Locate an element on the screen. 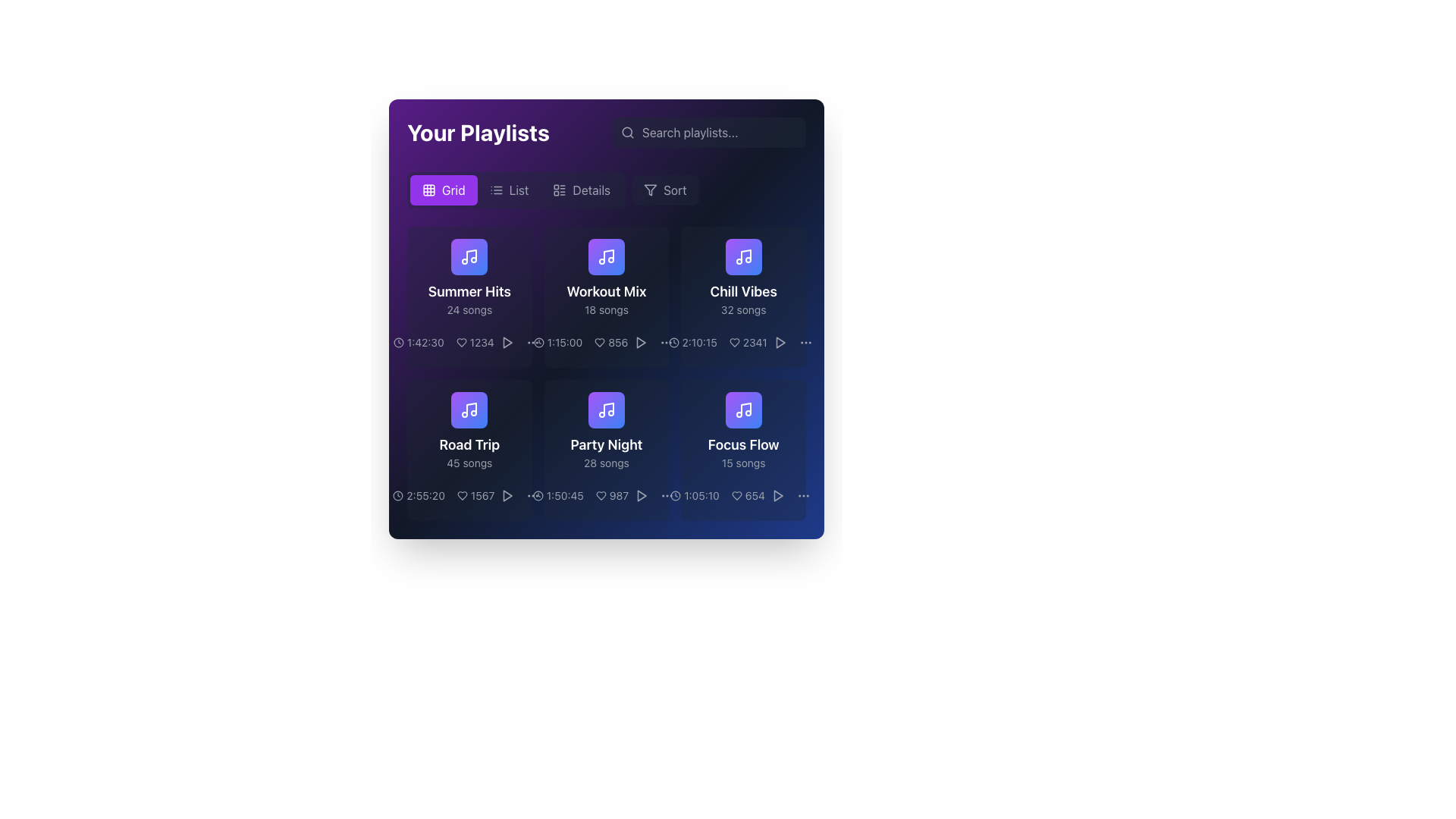 The height and width of the screenshot is (819, 1456). the 'Focus Flow' playlist icon, which is represented by a musical note symbol and located in the bottom right corner of the grid layout is located at coordinates (743, 409).